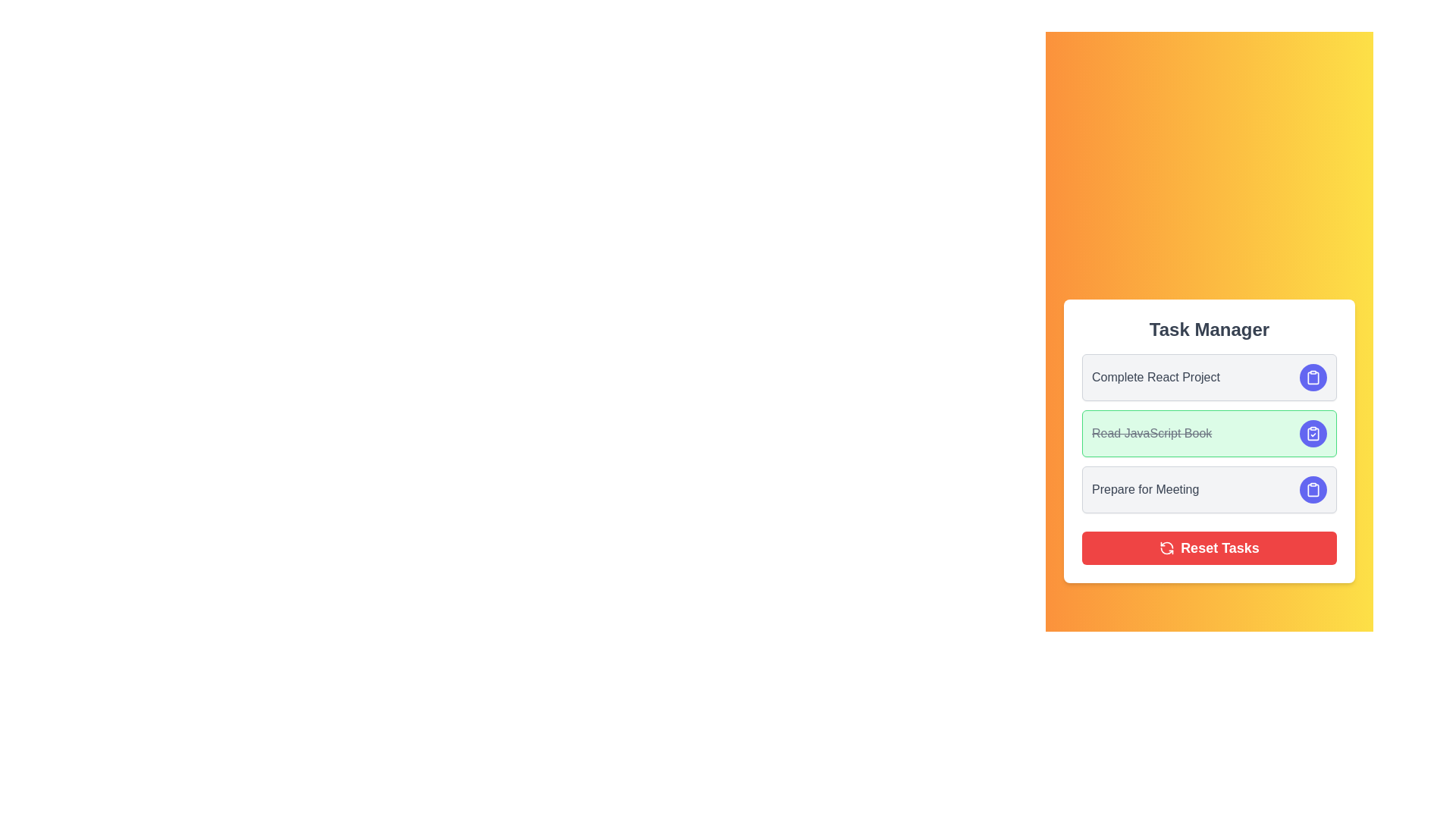  Describe the element at coordinates (1208, 441) in the screenshot. I see `the clipboard button on the completed task card labeled 'Read JavaScript Book' within the task management interface` at that location.